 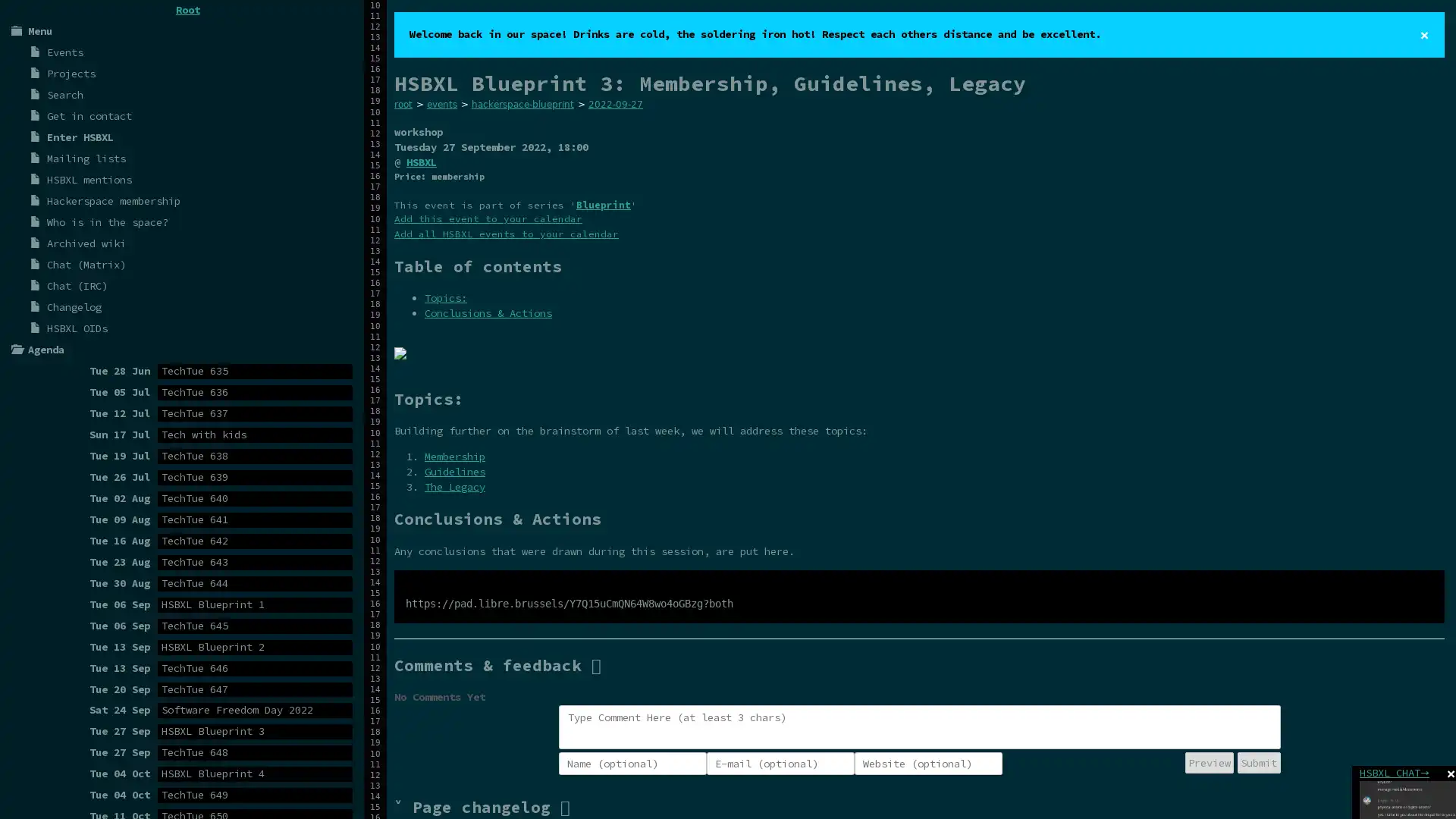 I want to click on Submit, so click(x=1259, y=763).